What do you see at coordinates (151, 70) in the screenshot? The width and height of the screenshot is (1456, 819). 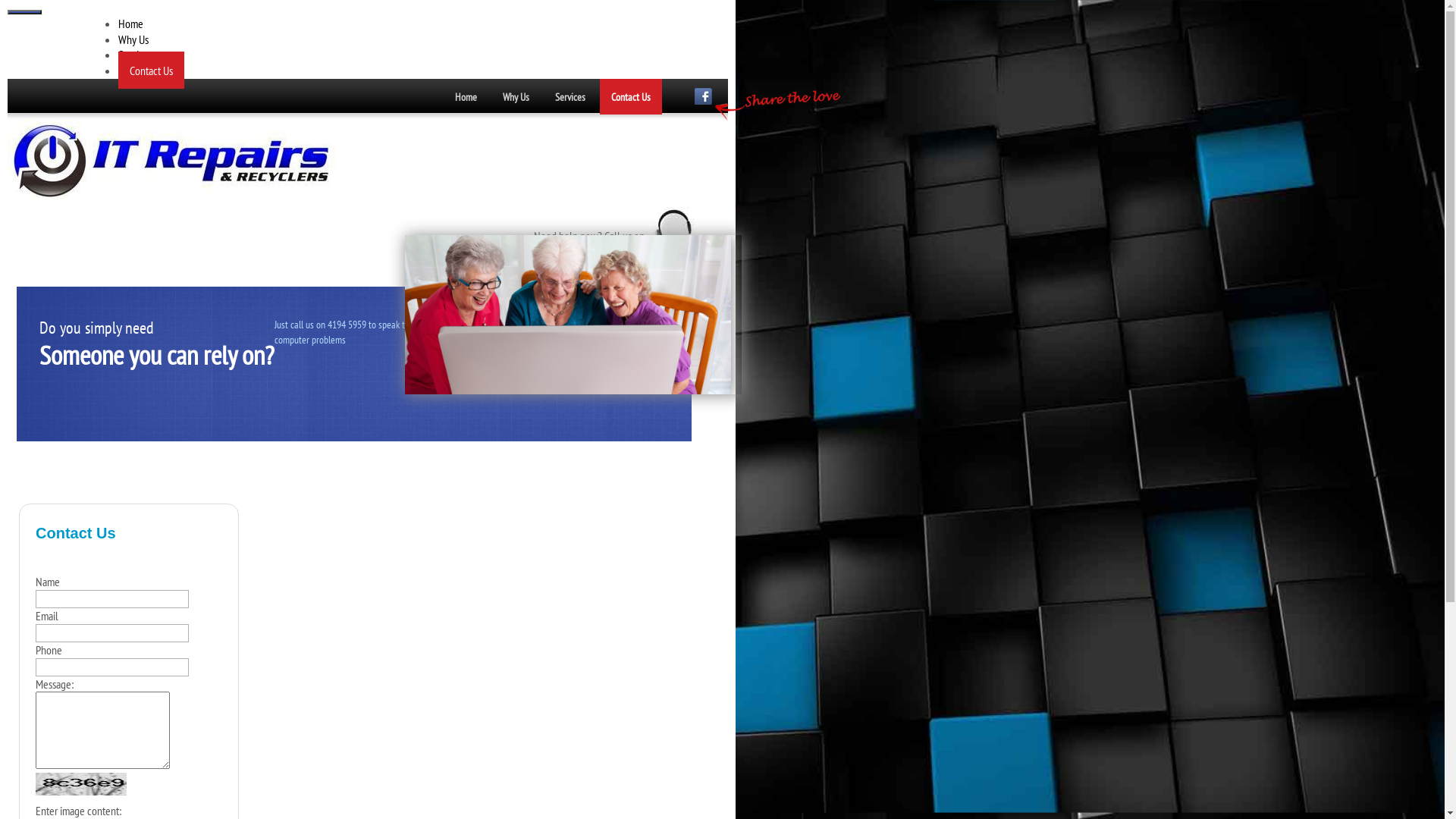 I see `'Contact Us'` at bounding box center [151, 70].